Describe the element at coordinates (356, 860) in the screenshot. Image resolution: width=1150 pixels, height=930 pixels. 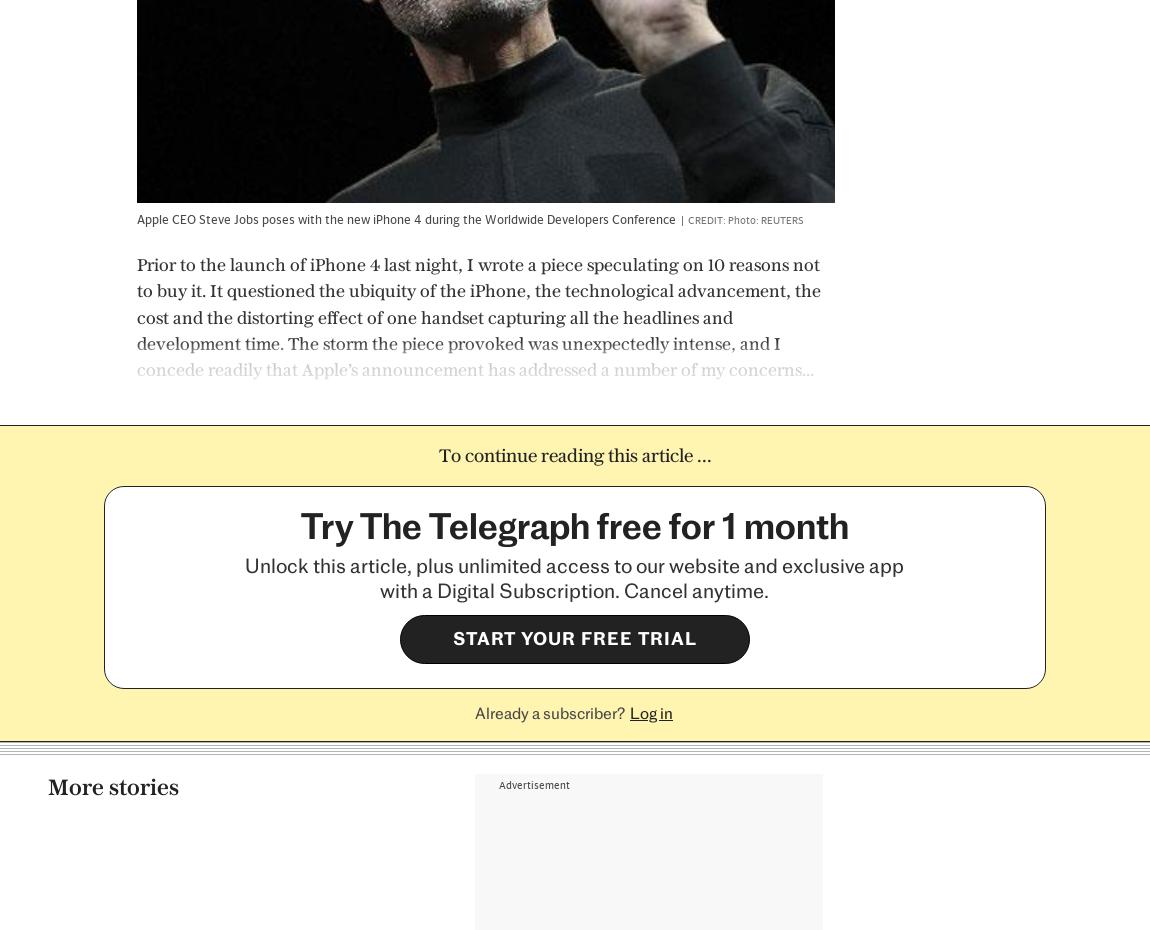
I see `'About us'` at that location.